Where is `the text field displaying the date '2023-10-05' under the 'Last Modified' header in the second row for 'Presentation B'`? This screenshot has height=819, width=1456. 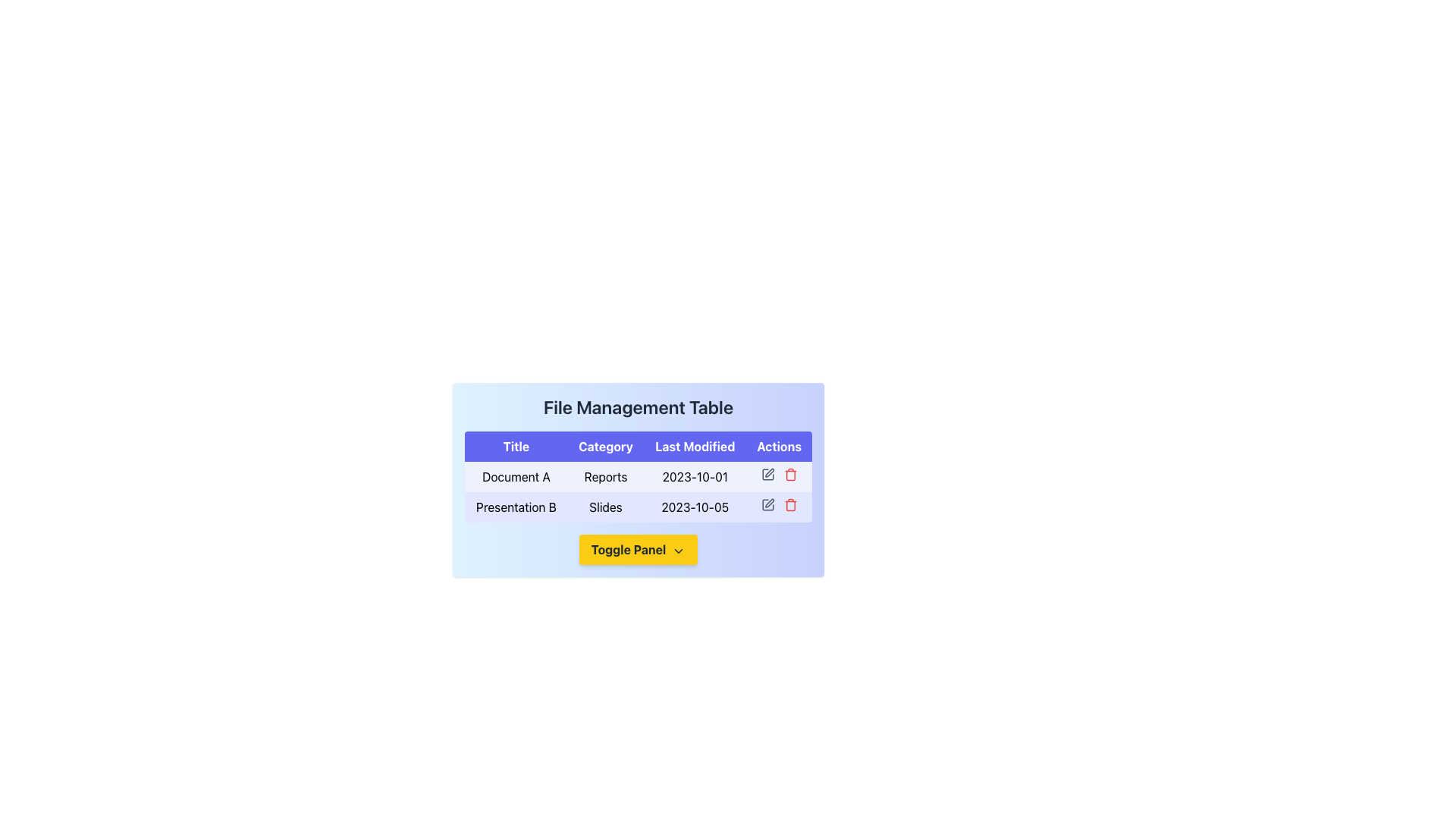 the text field displaying the date '2023-10-05' under the 'Last Modified' header in the second row for 'Presentation B' is located at coordinates (694, 507).